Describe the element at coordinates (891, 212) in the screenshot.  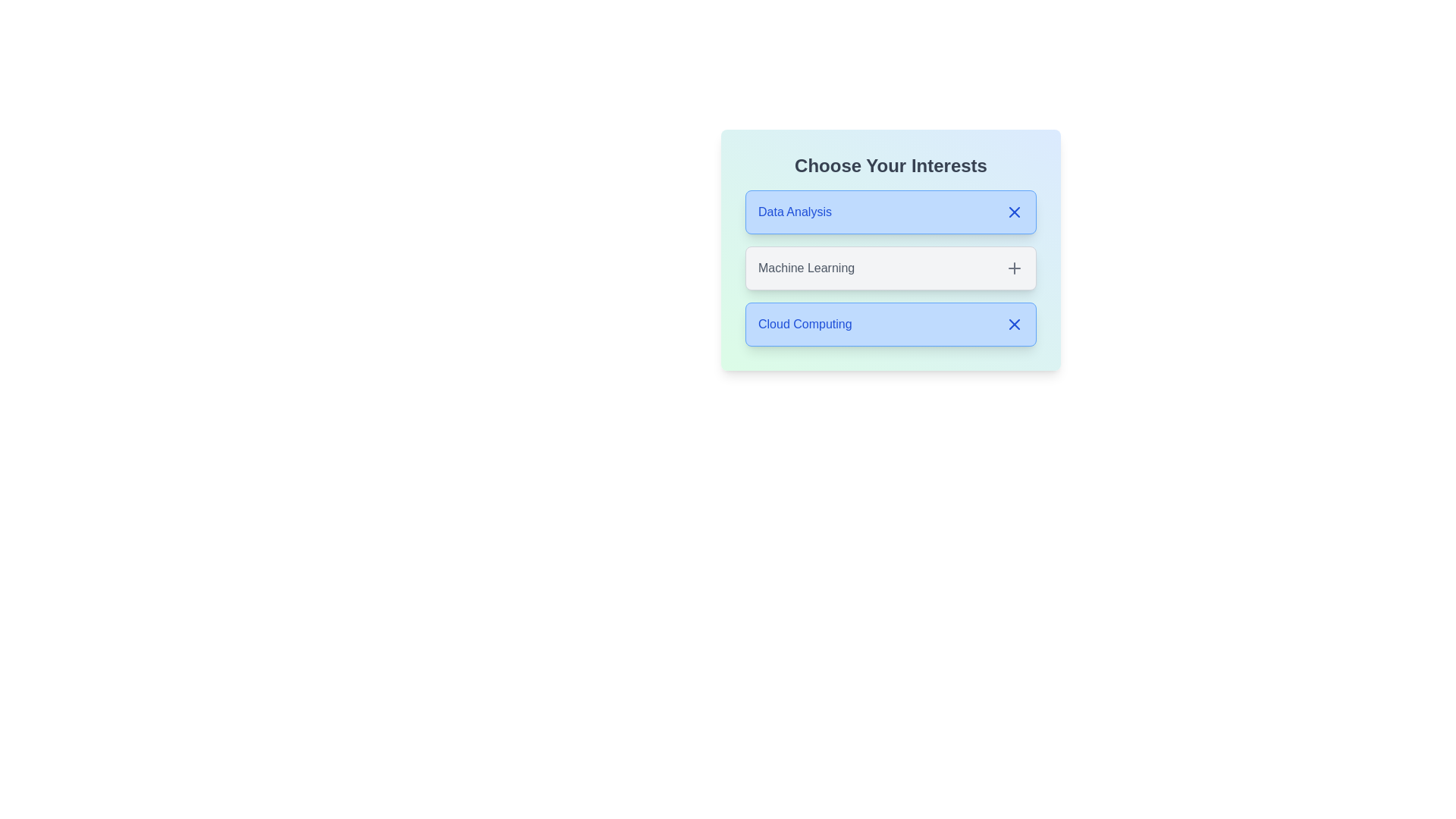
I see `the tag Data Analysis by clicking on it` at that location.